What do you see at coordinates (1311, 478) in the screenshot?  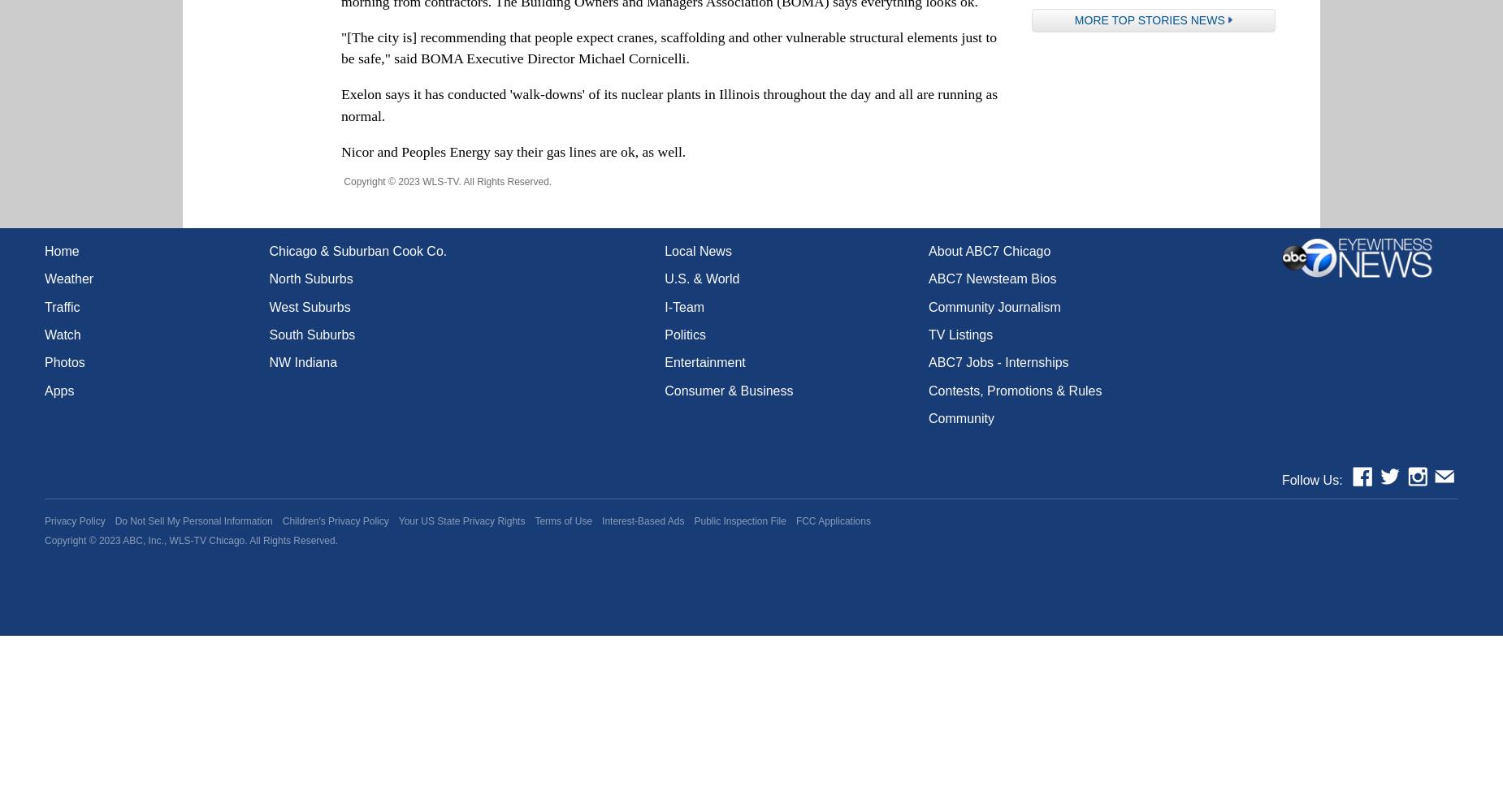 I see `'Follow Us:'` at bounding box center [1311, 478].